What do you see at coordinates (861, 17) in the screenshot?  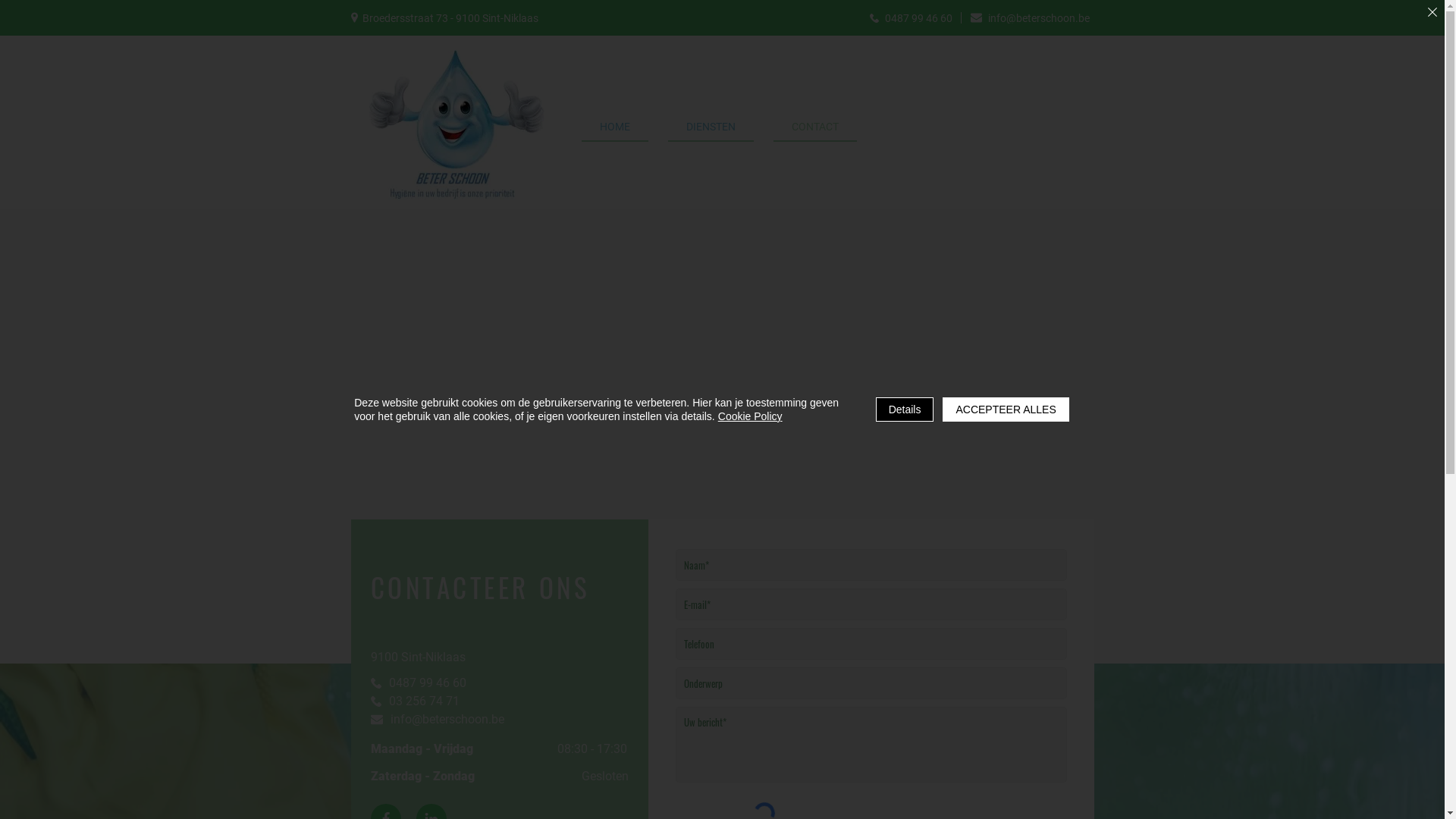 I see `'0487 99 46 60'` at bounding box center [861, 17].